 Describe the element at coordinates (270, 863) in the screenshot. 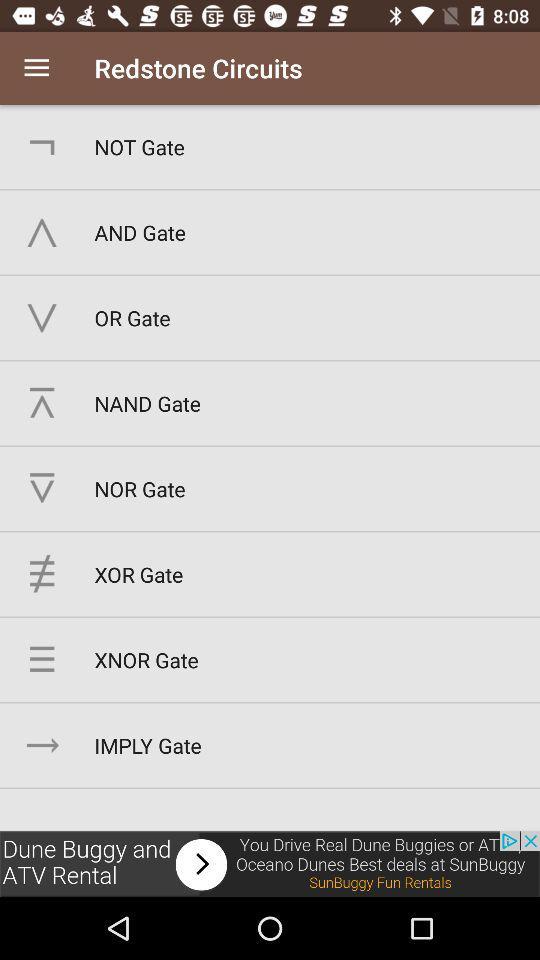

I see `open advertisement` at that location.